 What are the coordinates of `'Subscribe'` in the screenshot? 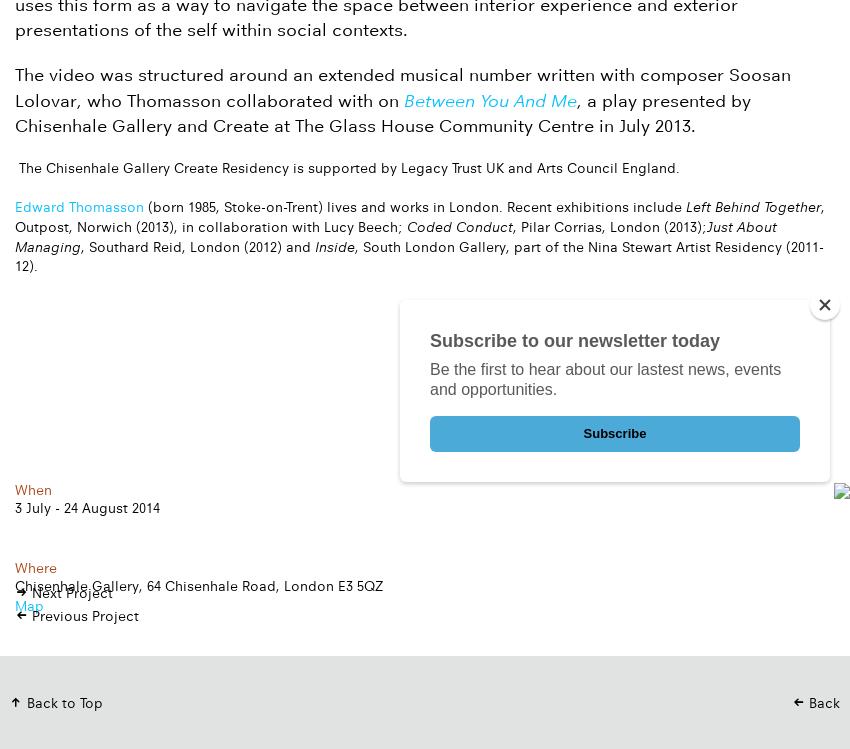 It's located at (613, 433).